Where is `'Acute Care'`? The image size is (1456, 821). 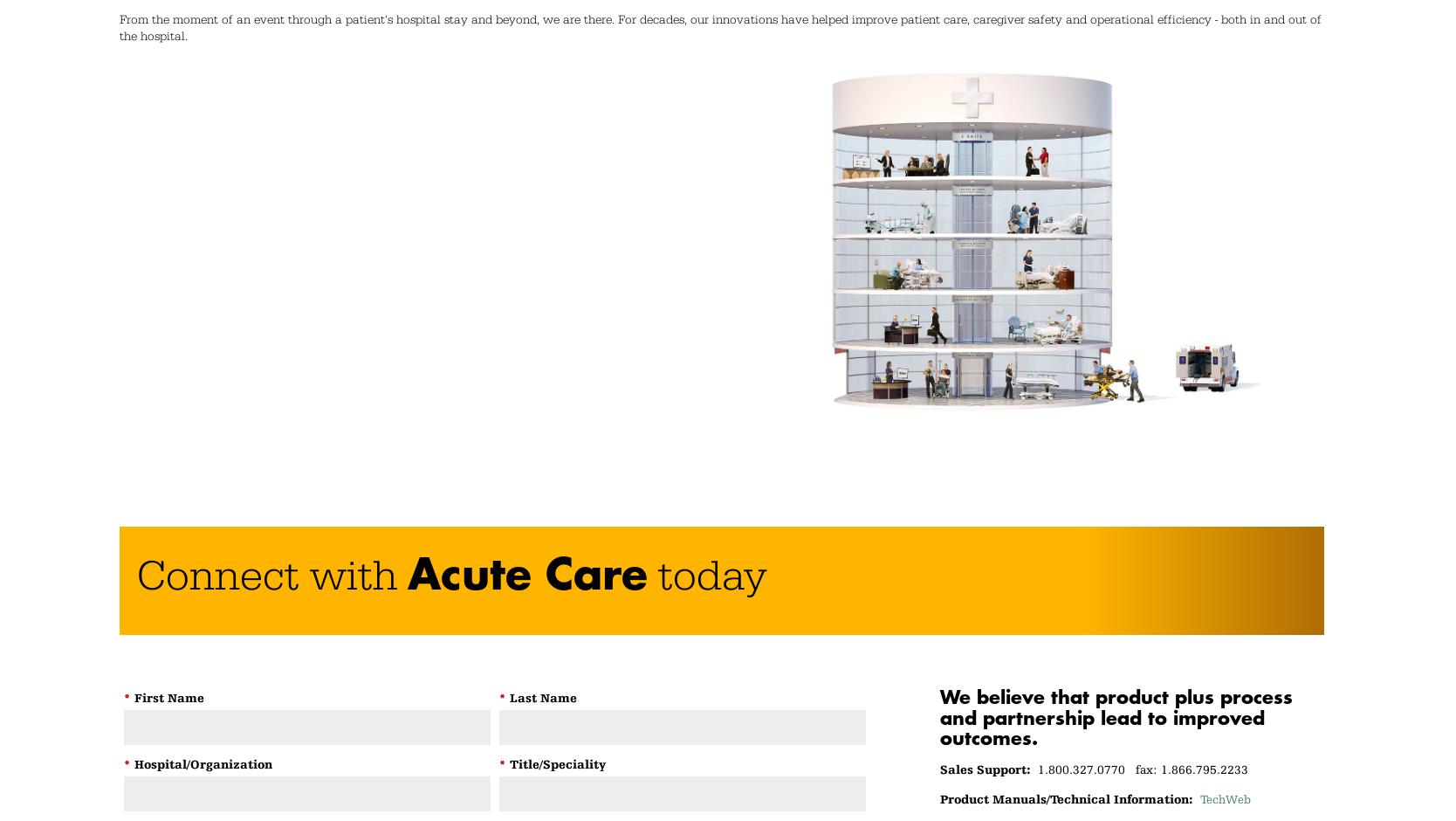 'Acute Care' is located at coordinates (407, 573).